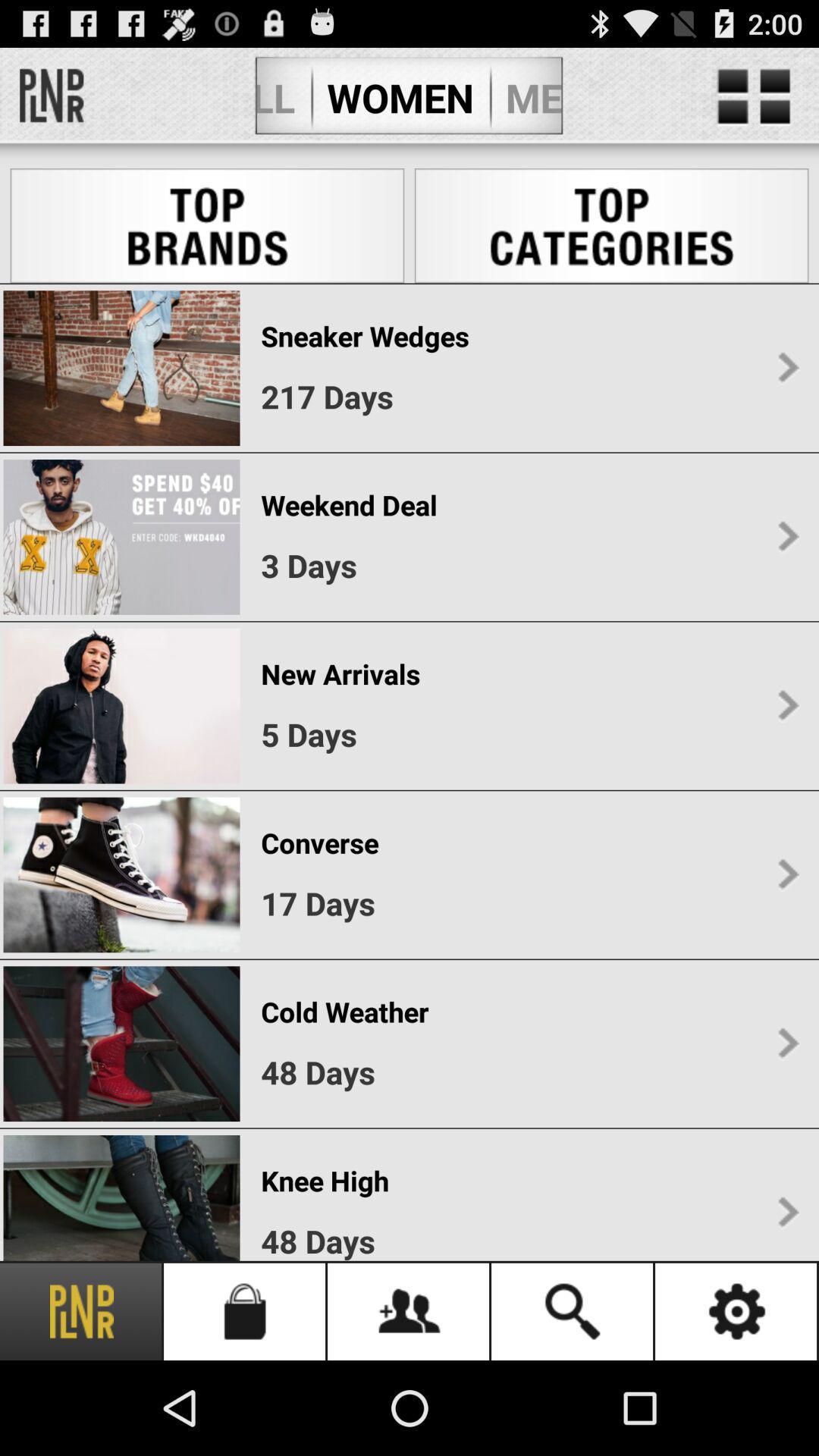 This screenshot has height=1456, width=819. Describe the element at coordinates (754, 103) in the screenshot. I see `the dashboard icon` at that location.